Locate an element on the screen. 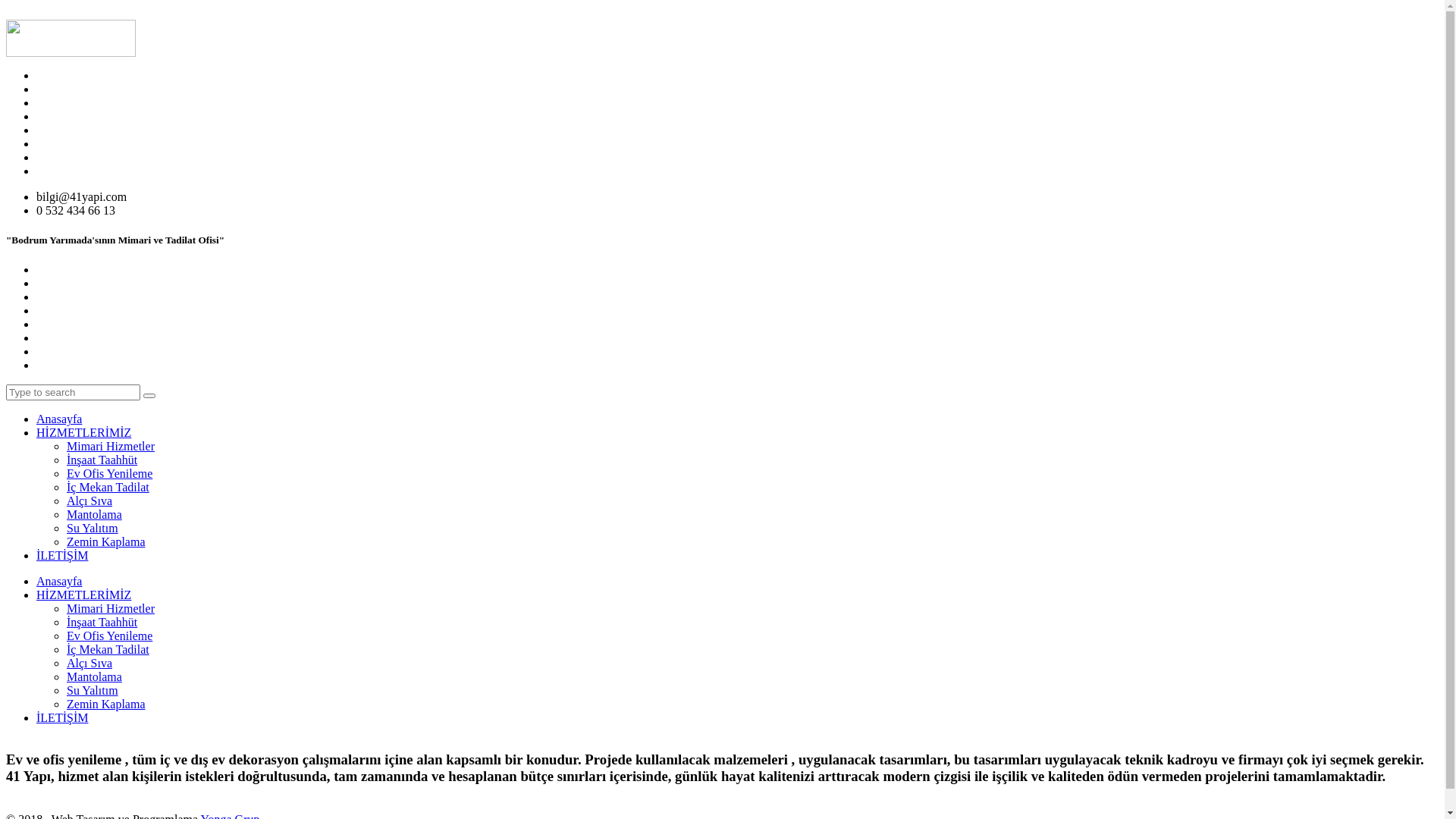  'Anasayfa' is located at coordinates (58, 580).